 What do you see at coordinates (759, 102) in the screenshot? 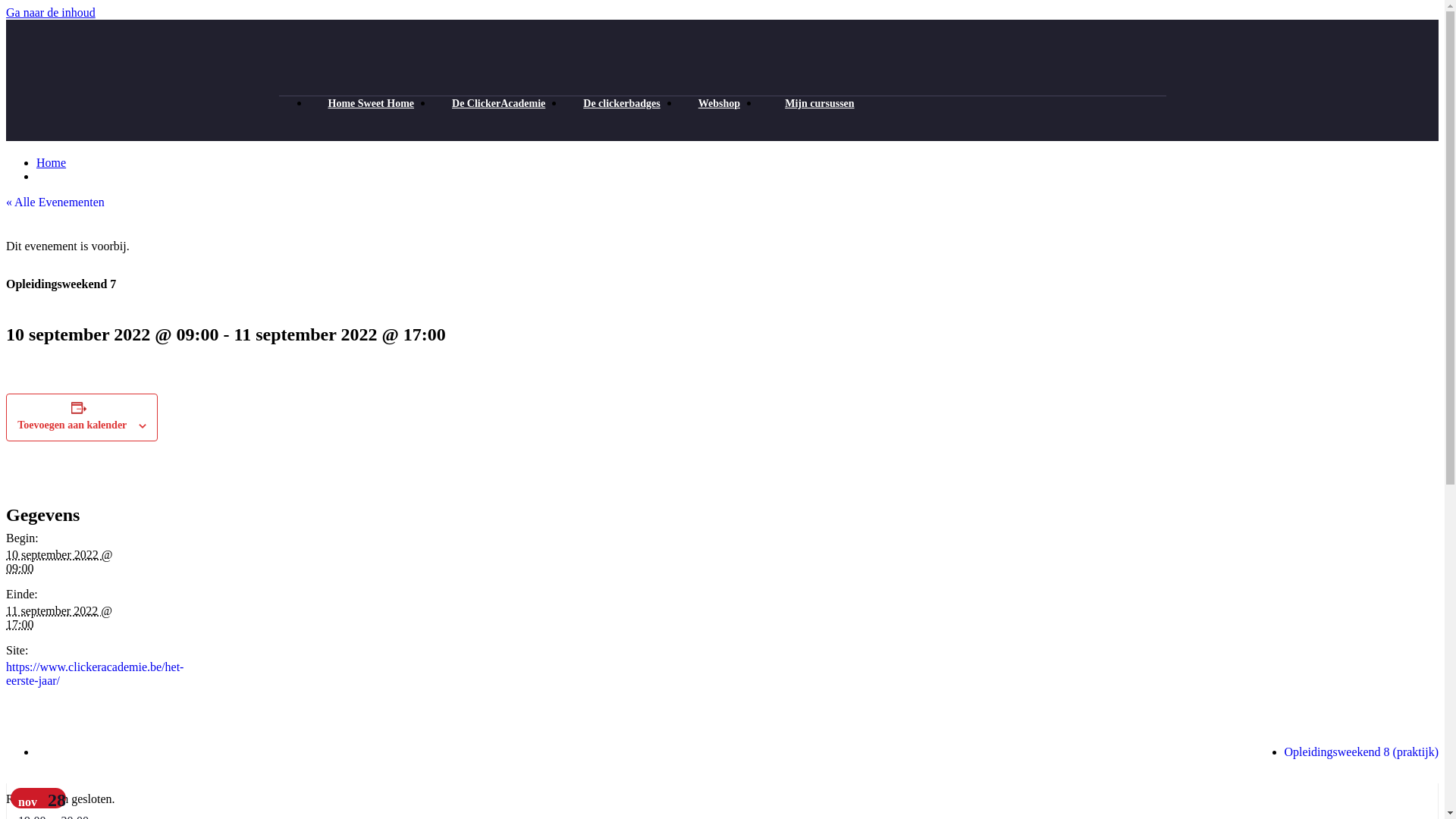
I see `'Mijn cursussen'` at bounding box center [759, 102].